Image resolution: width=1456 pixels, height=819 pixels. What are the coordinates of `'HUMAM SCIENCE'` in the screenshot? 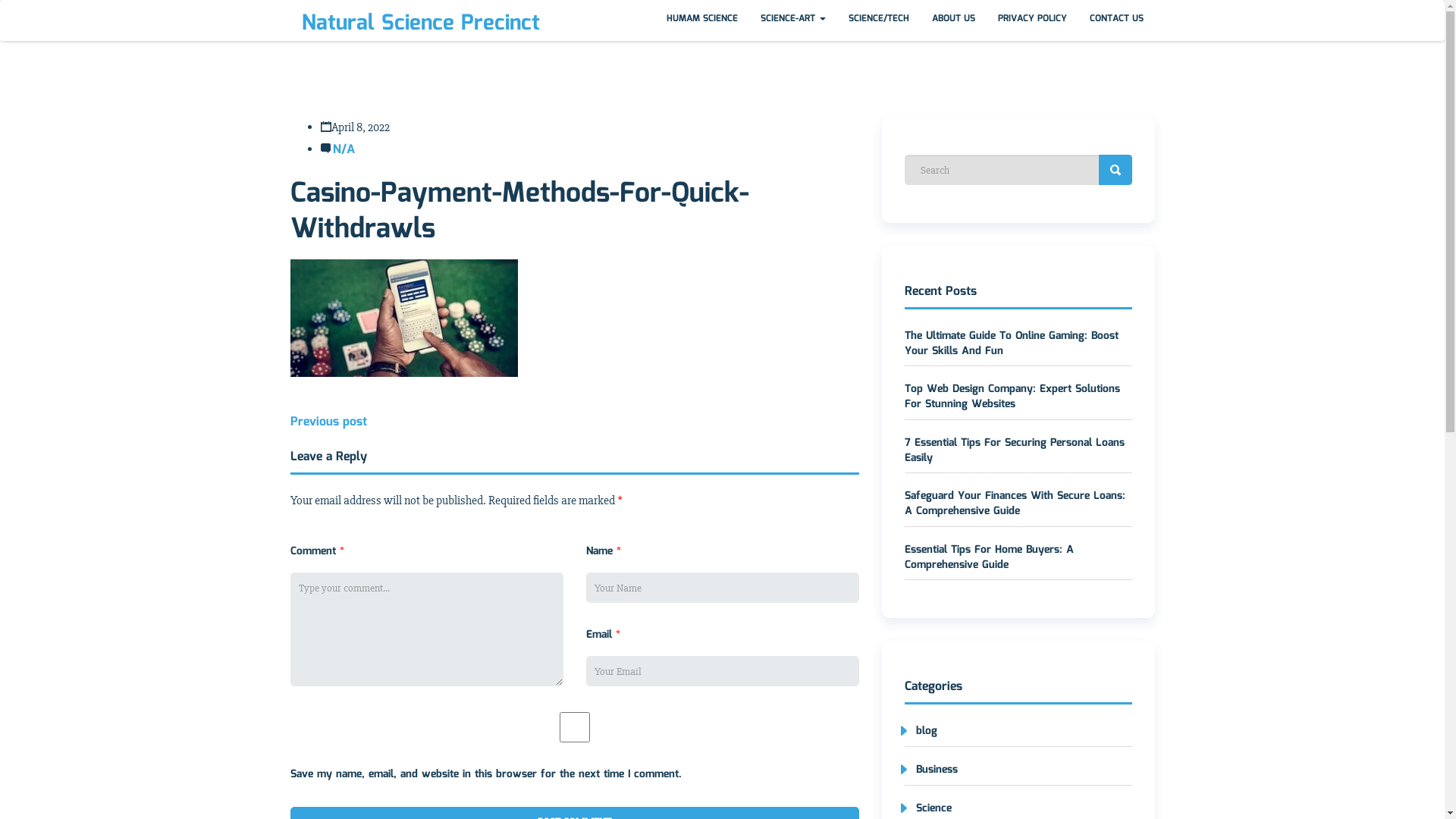 It's located at (655, 20).